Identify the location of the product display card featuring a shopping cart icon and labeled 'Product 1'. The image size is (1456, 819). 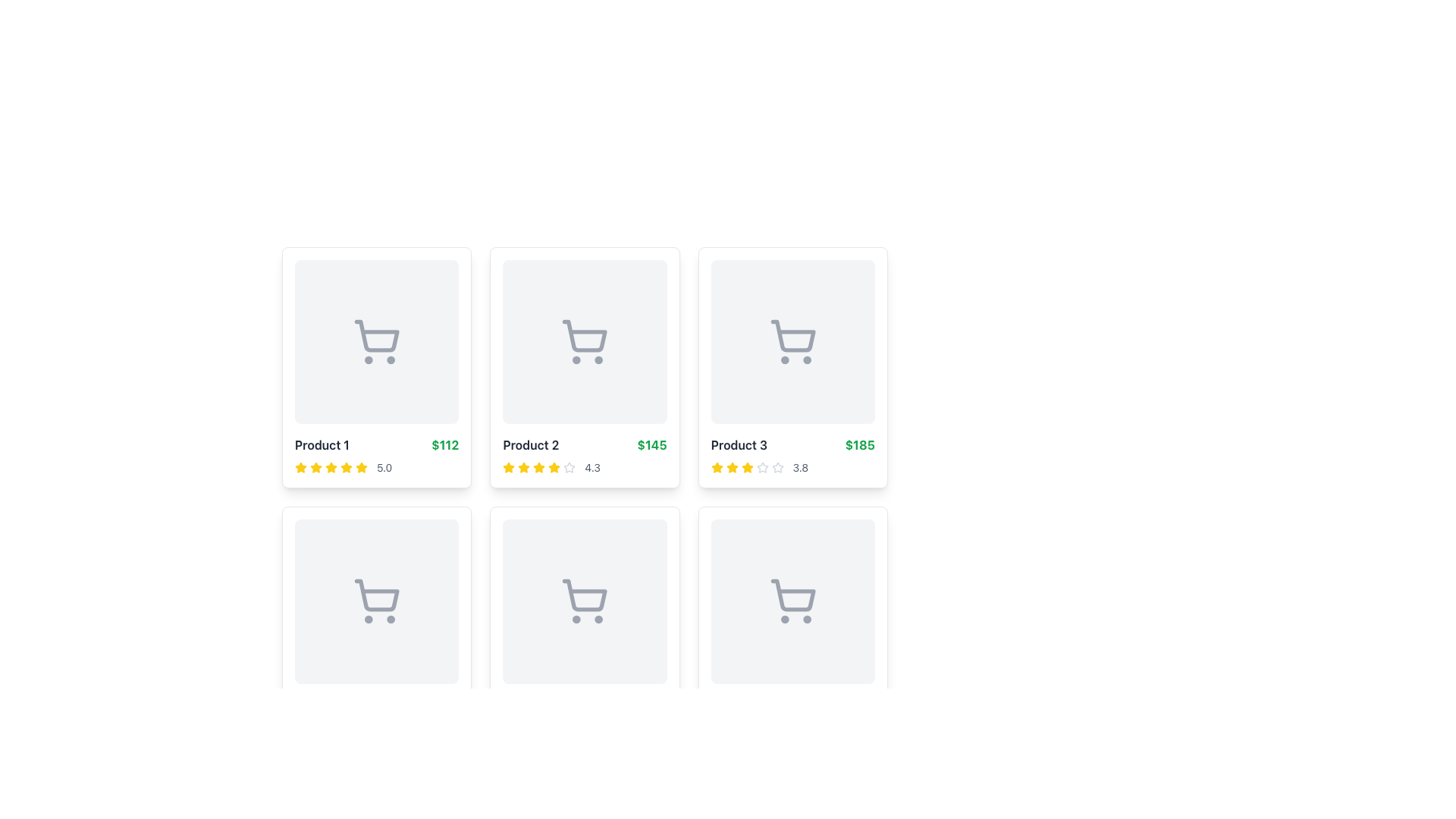
(377, 368).